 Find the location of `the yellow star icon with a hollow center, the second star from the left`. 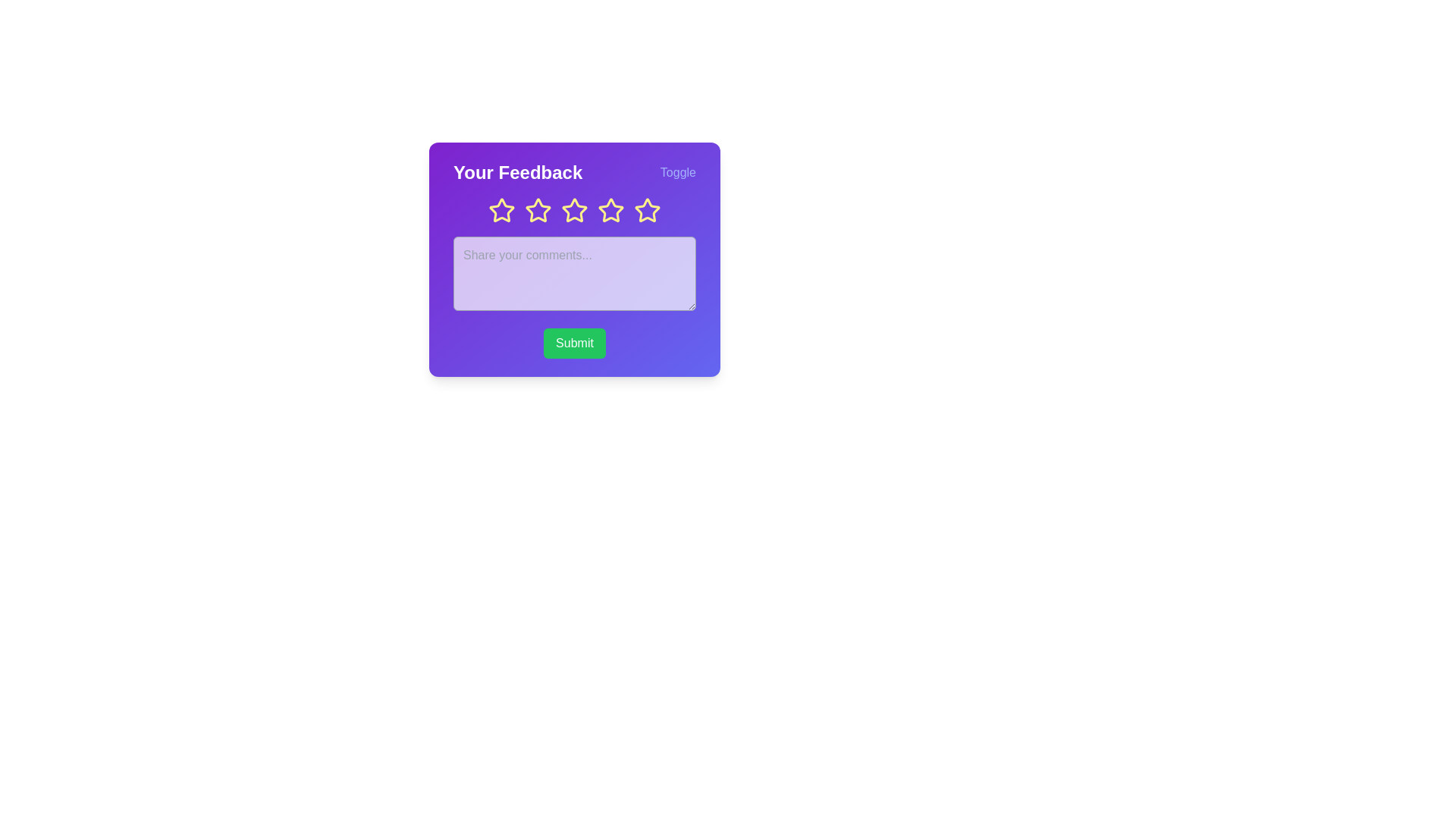

the yellow star icon with a hollow center, the second star from the left is located at coordinates (538, 210).